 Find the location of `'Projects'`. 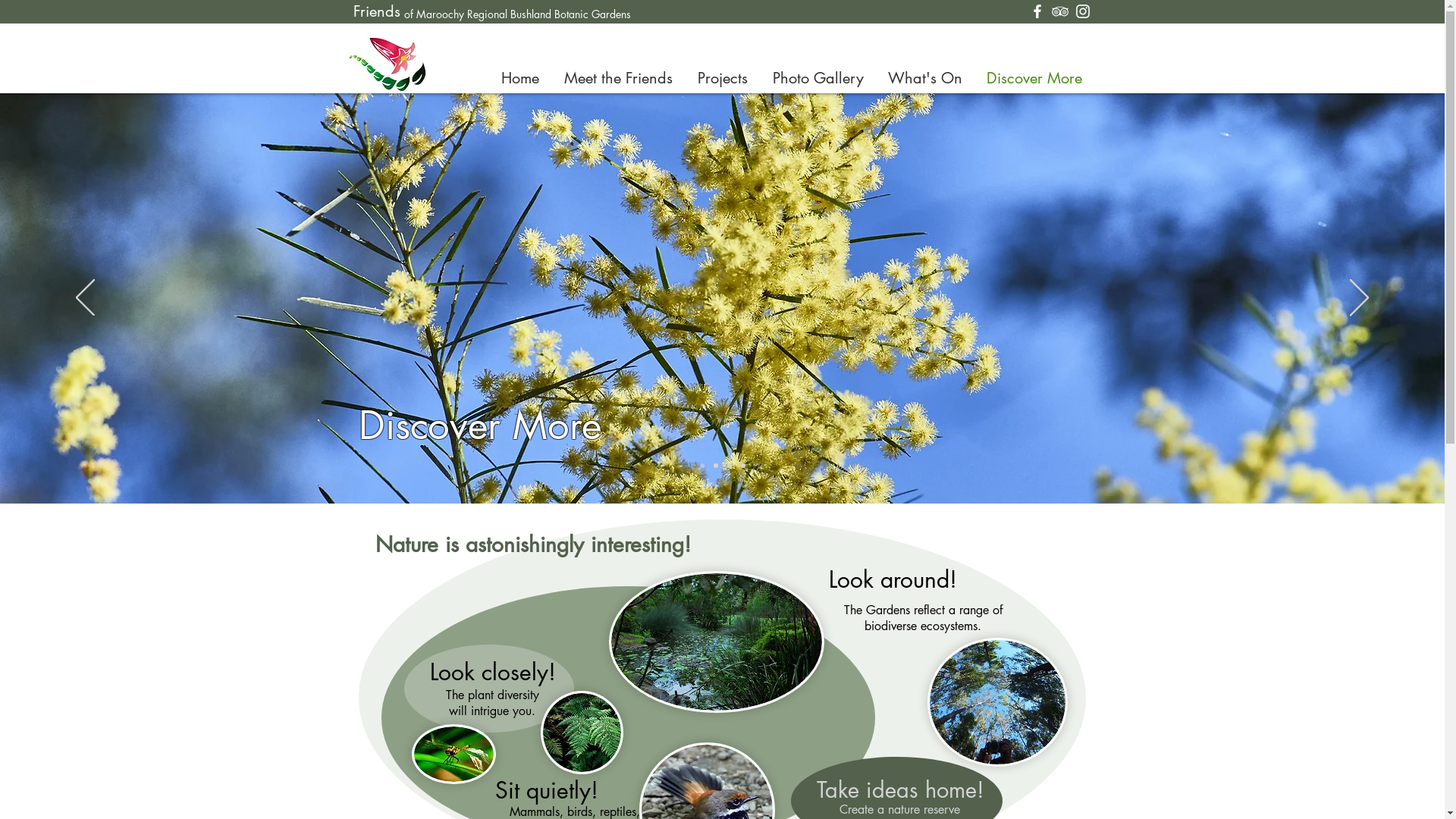

'Projects' is located at coordinates (722, 78).